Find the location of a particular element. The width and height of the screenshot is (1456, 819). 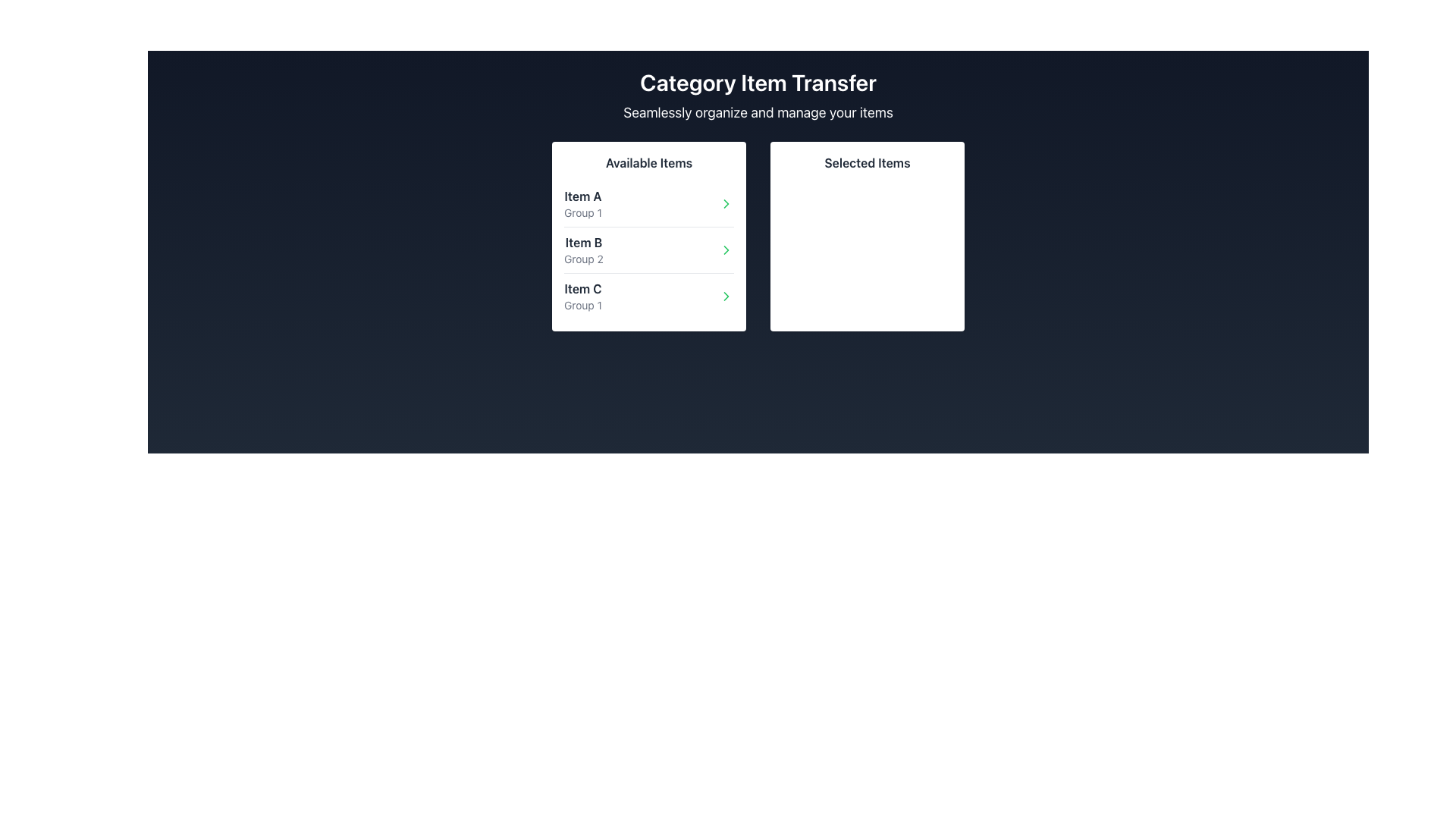

the Text Label that serves as a secondary descriptor for 'Item C' located beneath it in the 'Available Items' section of the 'Category Item Transfer' interface is located at coordinates (582, 305).